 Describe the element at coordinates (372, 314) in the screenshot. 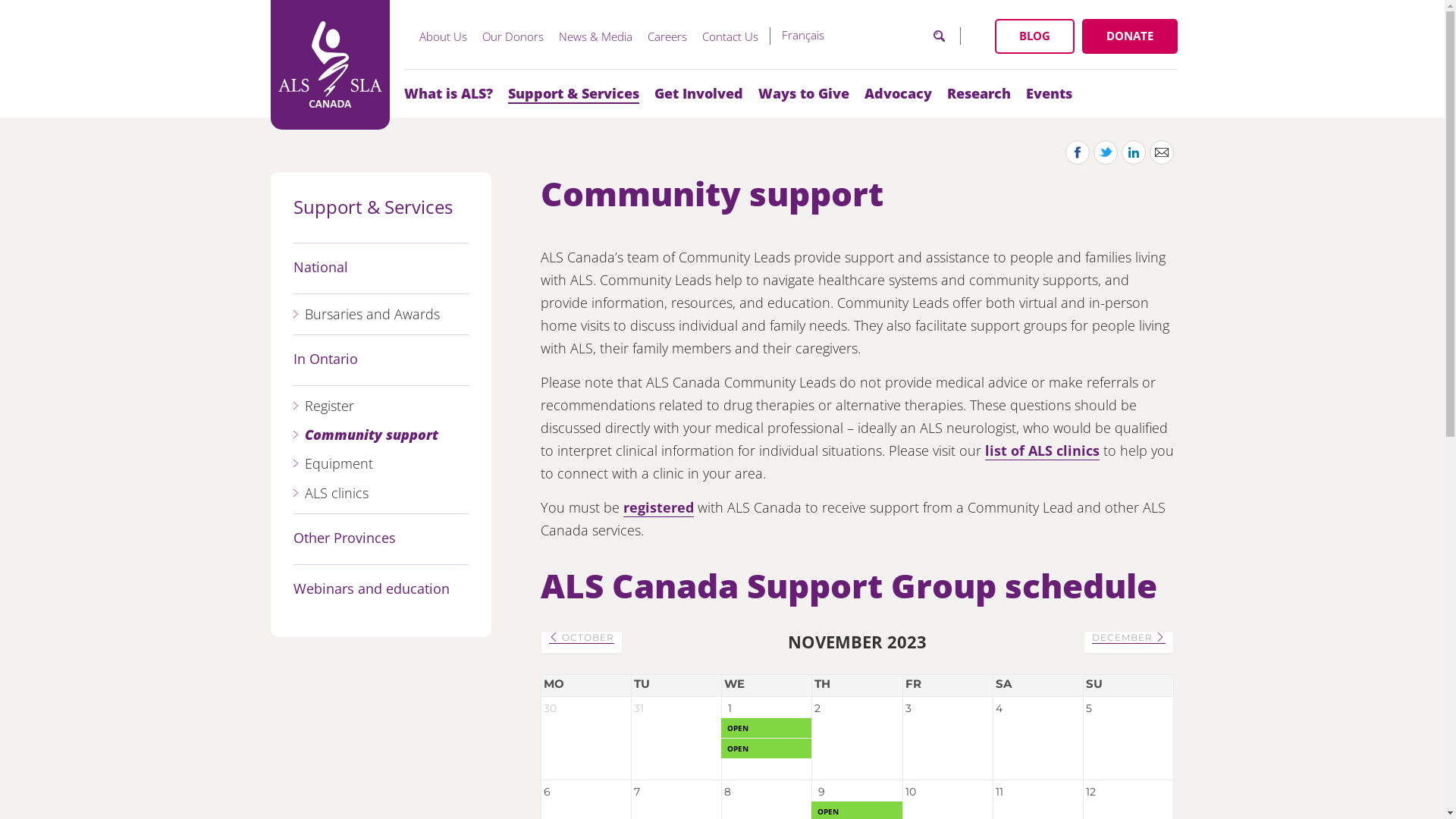

I see `'Bursaries and Awards'` at that location.